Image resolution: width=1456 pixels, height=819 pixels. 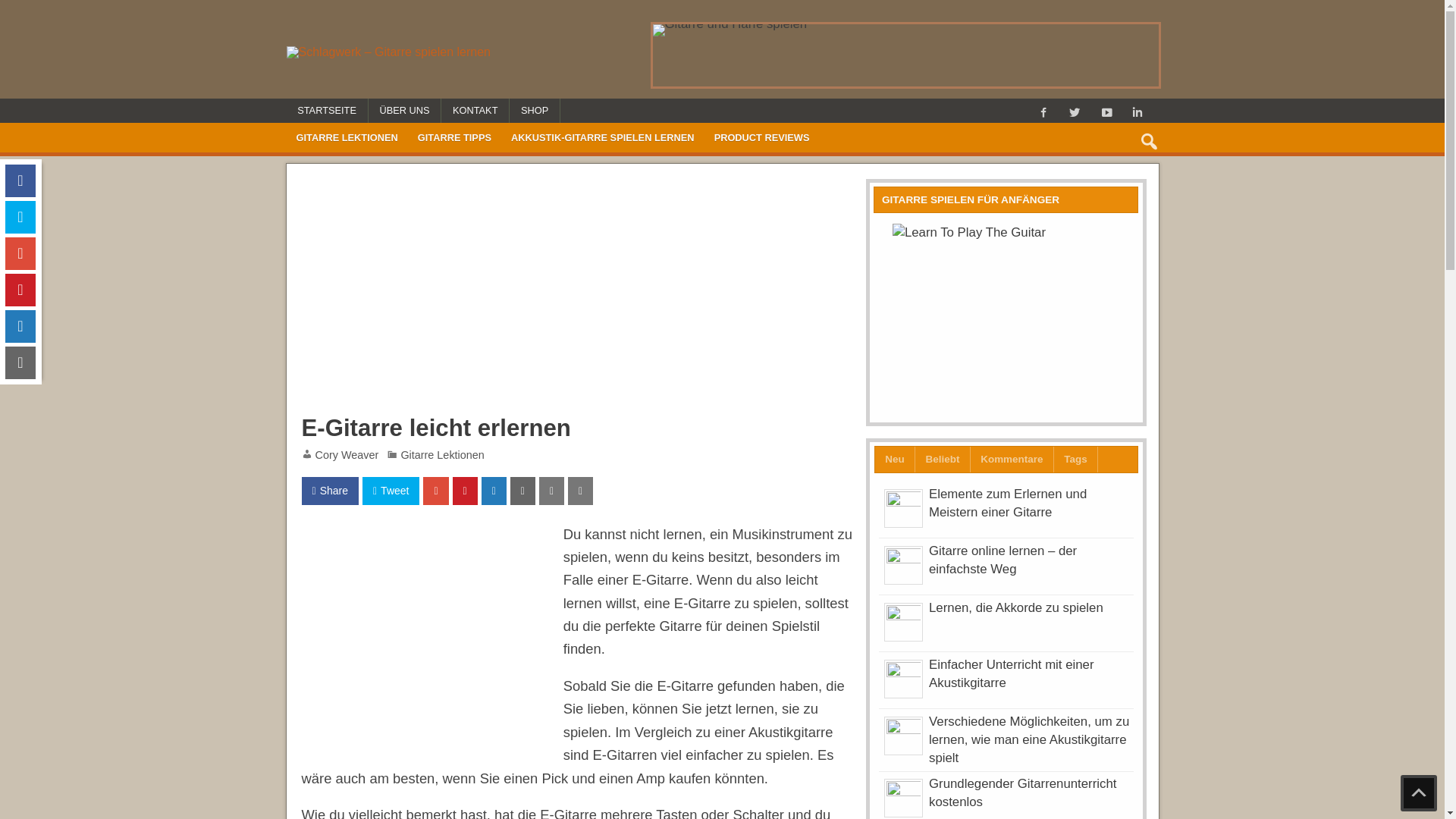 What do you see at coordinates (927, 503) in the screenshot?
I see `'Elemente zum Erlernen und Meistern einer Gitarre'` at bounding box center [927, 503].